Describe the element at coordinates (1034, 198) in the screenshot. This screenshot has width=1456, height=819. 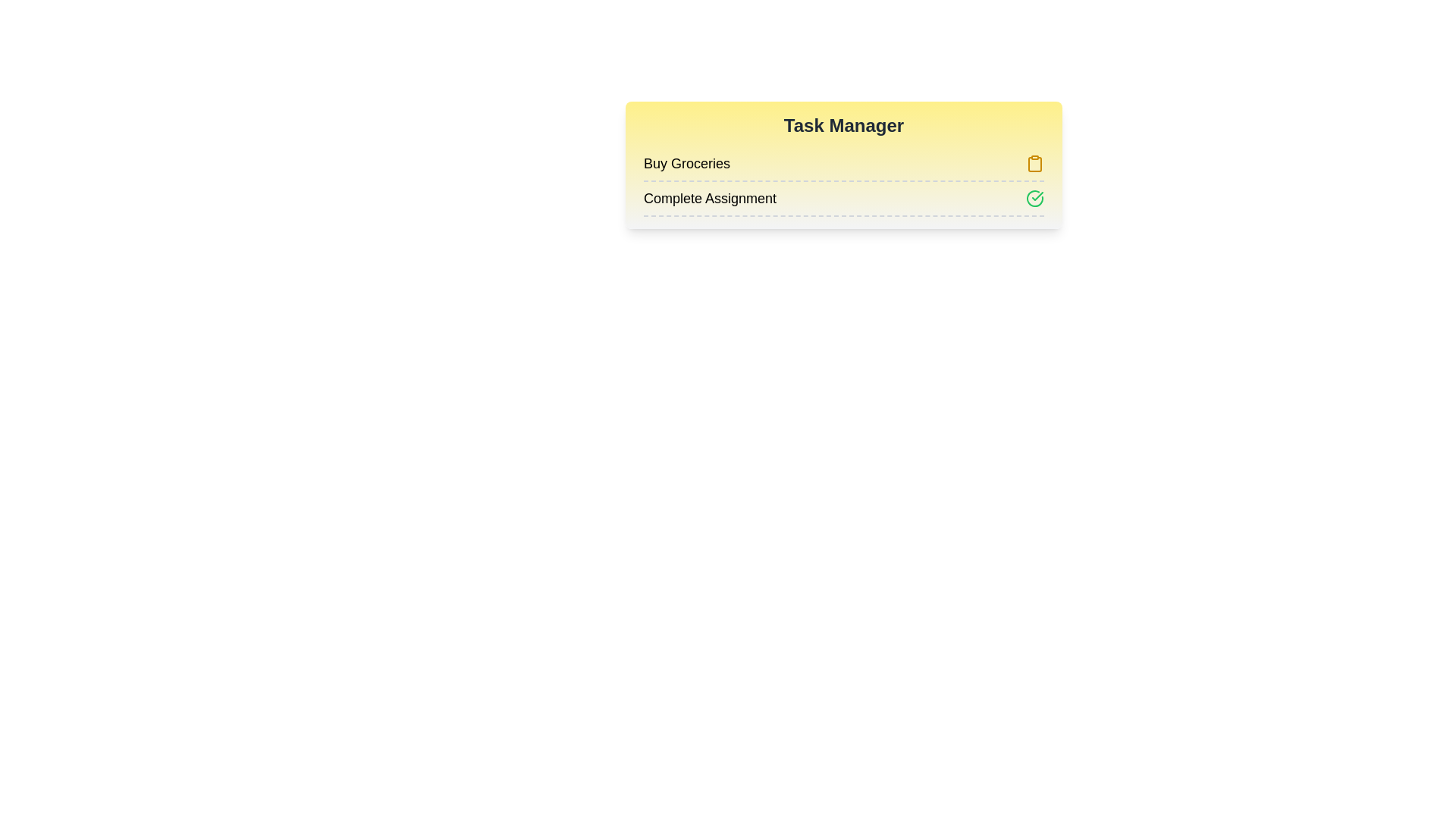
I see `the circular icon with a green border and a checkmark inside, located at the far-right side of the 'Complete Assignment' task row` at that location.